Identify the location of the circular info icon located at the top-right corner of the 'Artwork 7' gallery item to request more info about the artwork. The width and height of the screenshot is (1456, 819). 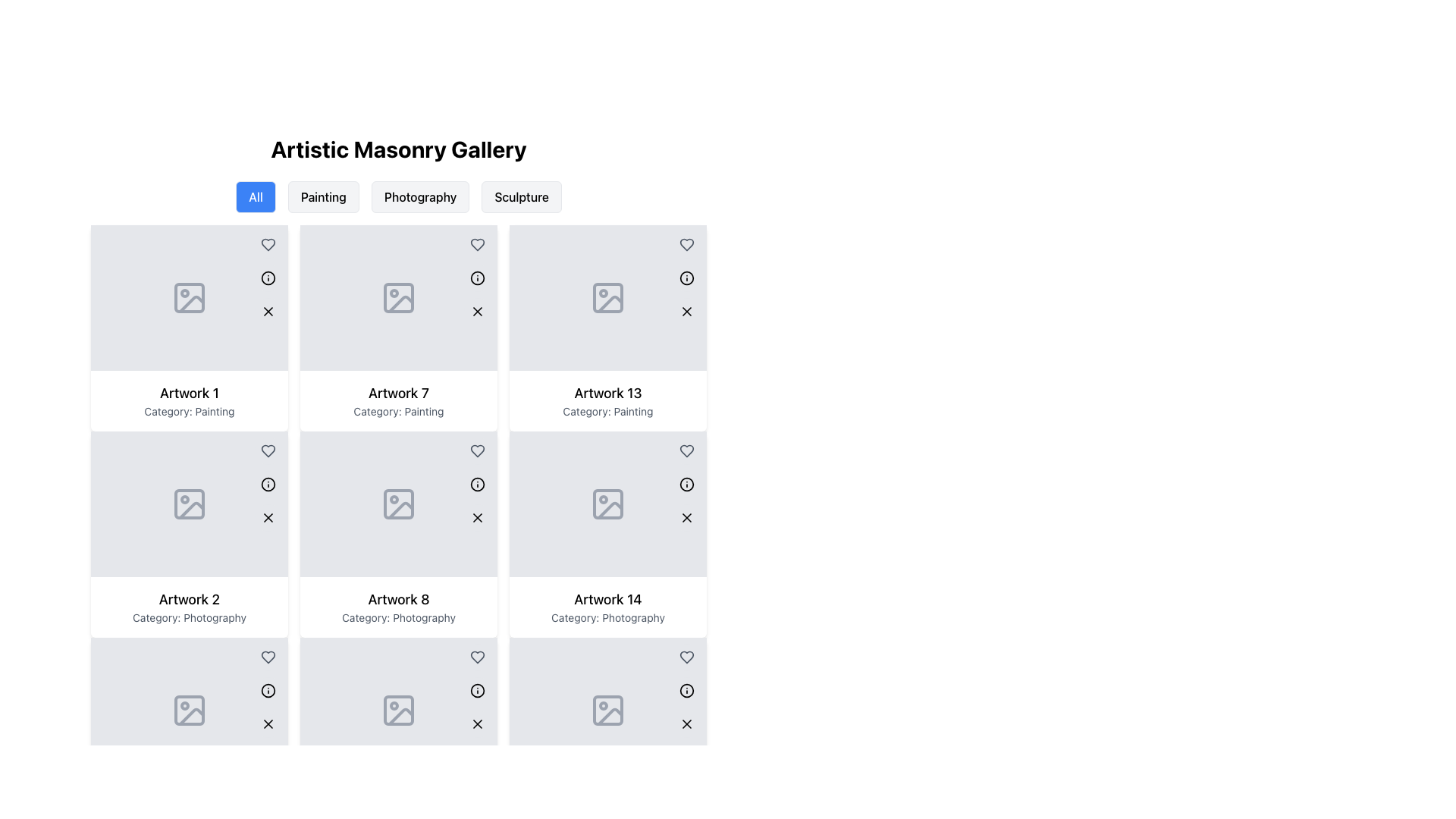
(476, 278).